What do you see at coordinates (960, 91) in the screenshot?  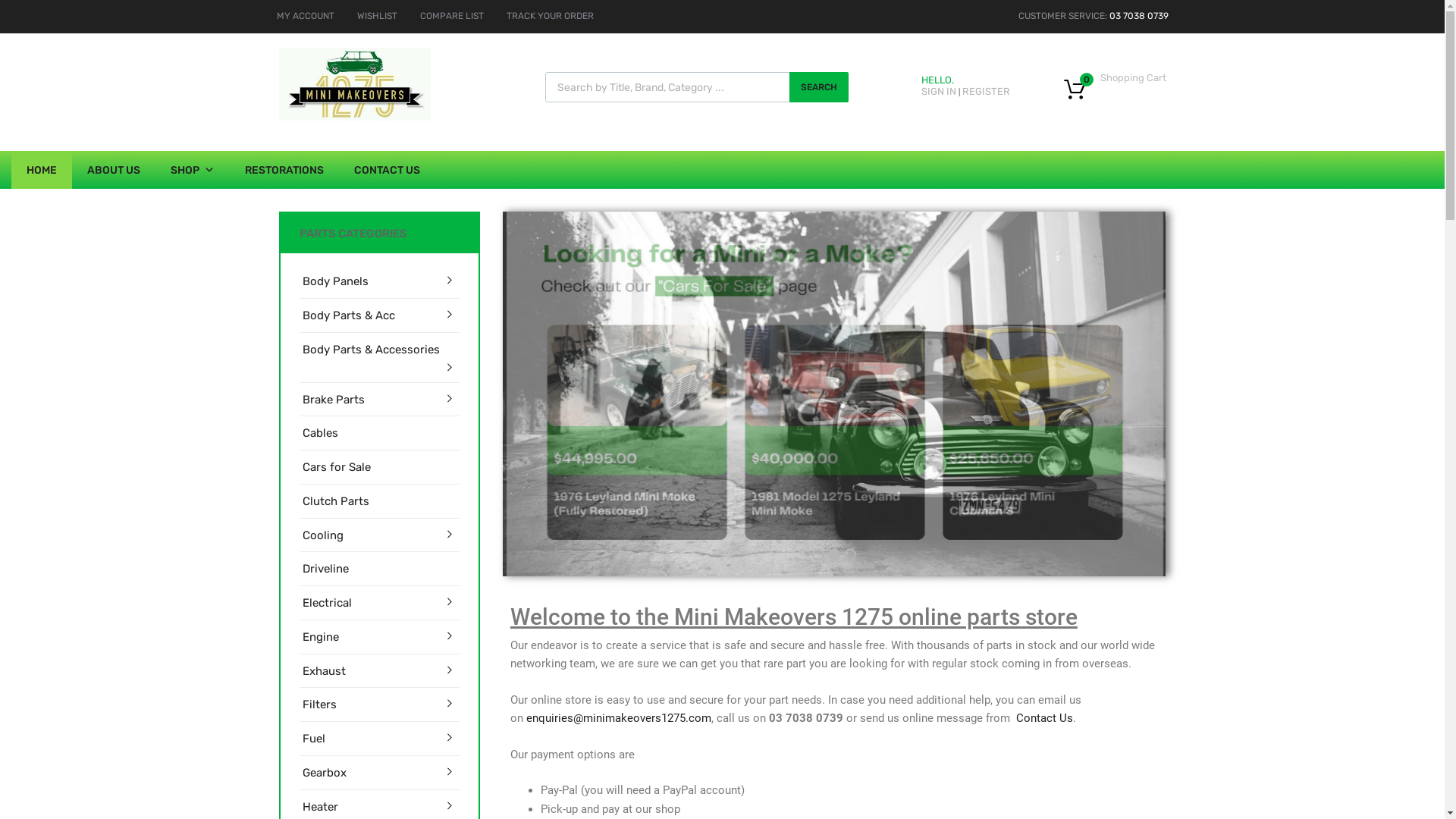 I see `'REGISTER'` at bounding box center [960, 91].